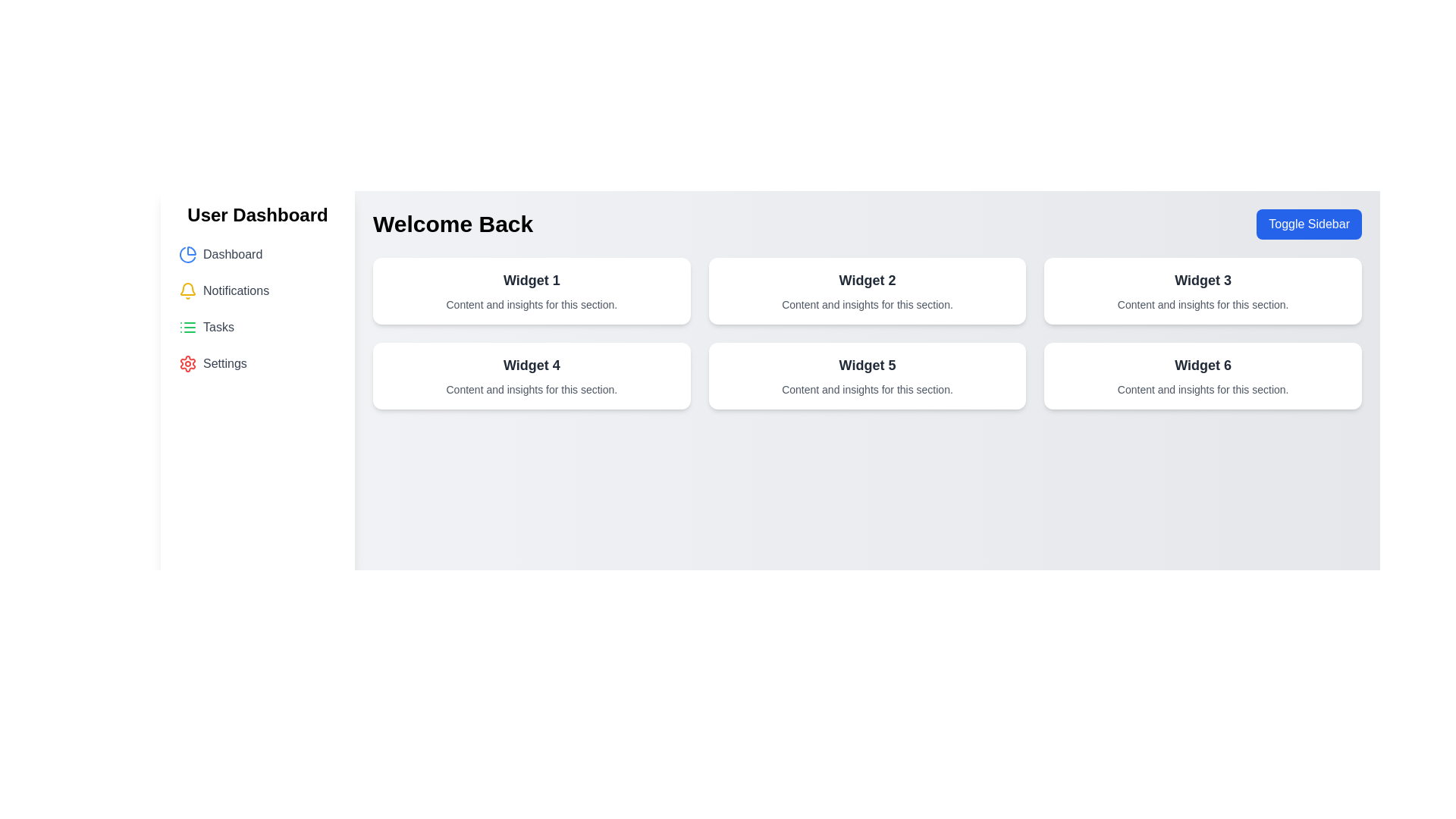 The height and width of the screenshot is (819, 1456). I want to click on the bold, large-font heading labeled 'User Dashboard' located at the top of the left sidebar, so click(258, 215).